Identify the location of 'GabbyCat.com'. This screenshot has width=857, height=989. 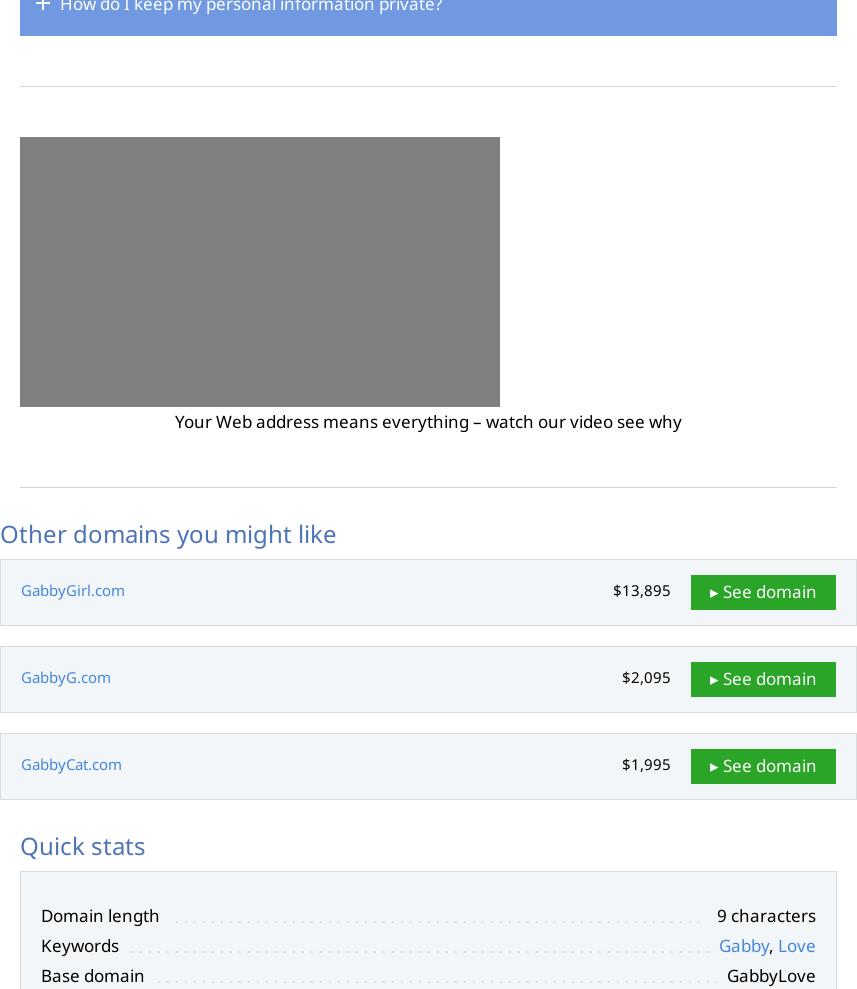
(70, 763).